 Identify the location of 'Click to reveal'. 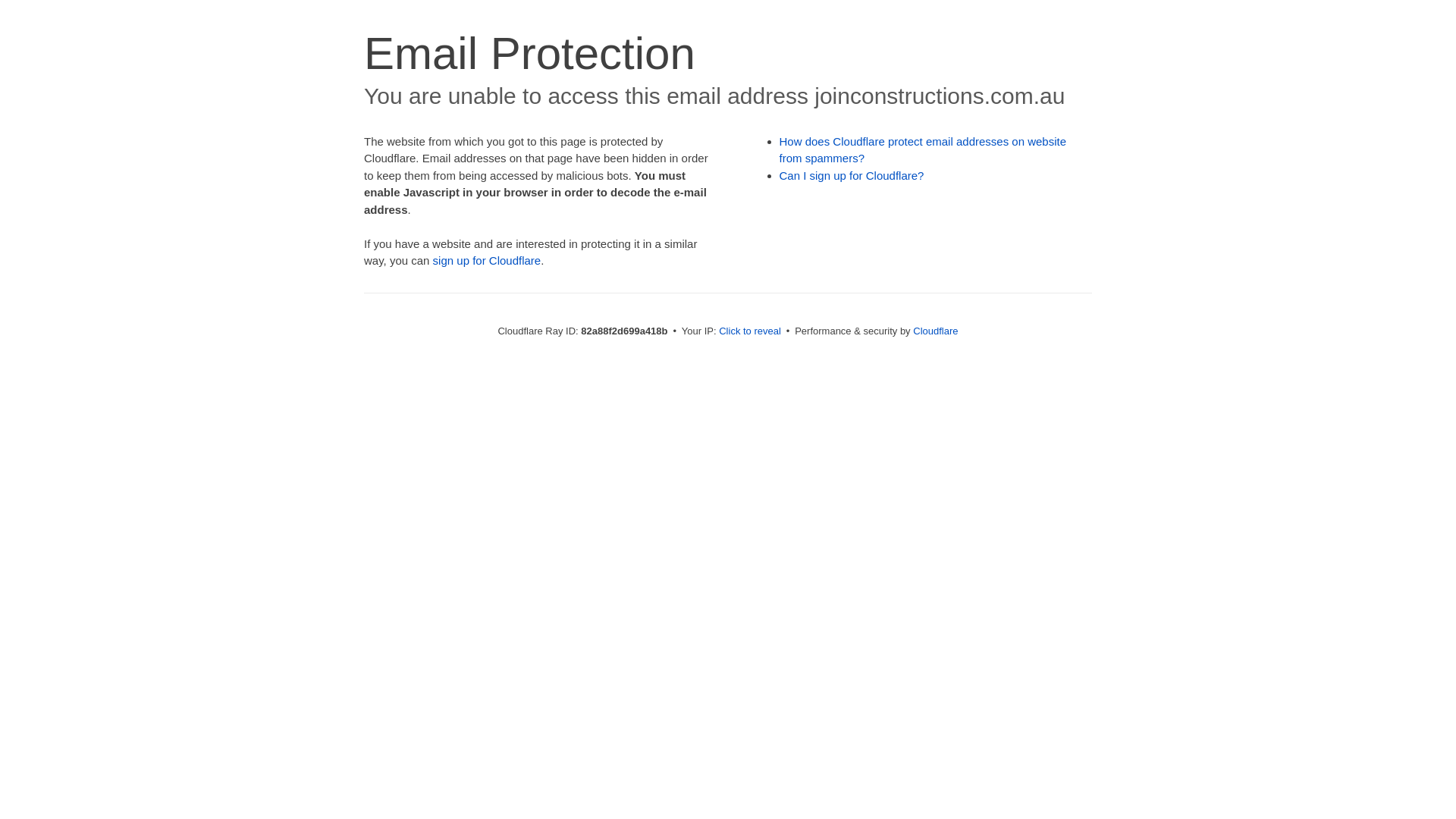
(718, 330).